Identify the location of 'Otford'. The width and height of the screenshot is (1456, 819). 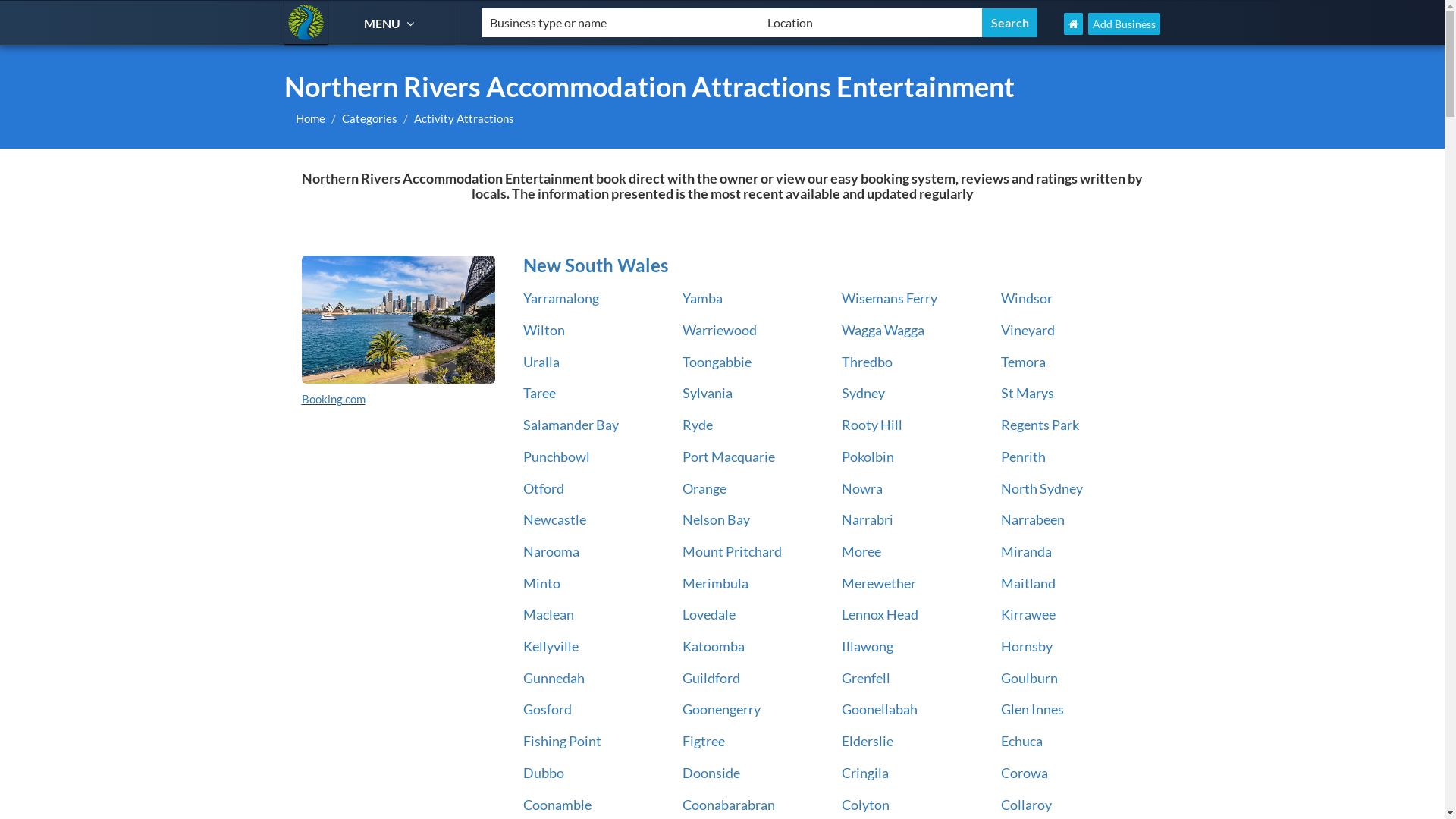
(543, 488).